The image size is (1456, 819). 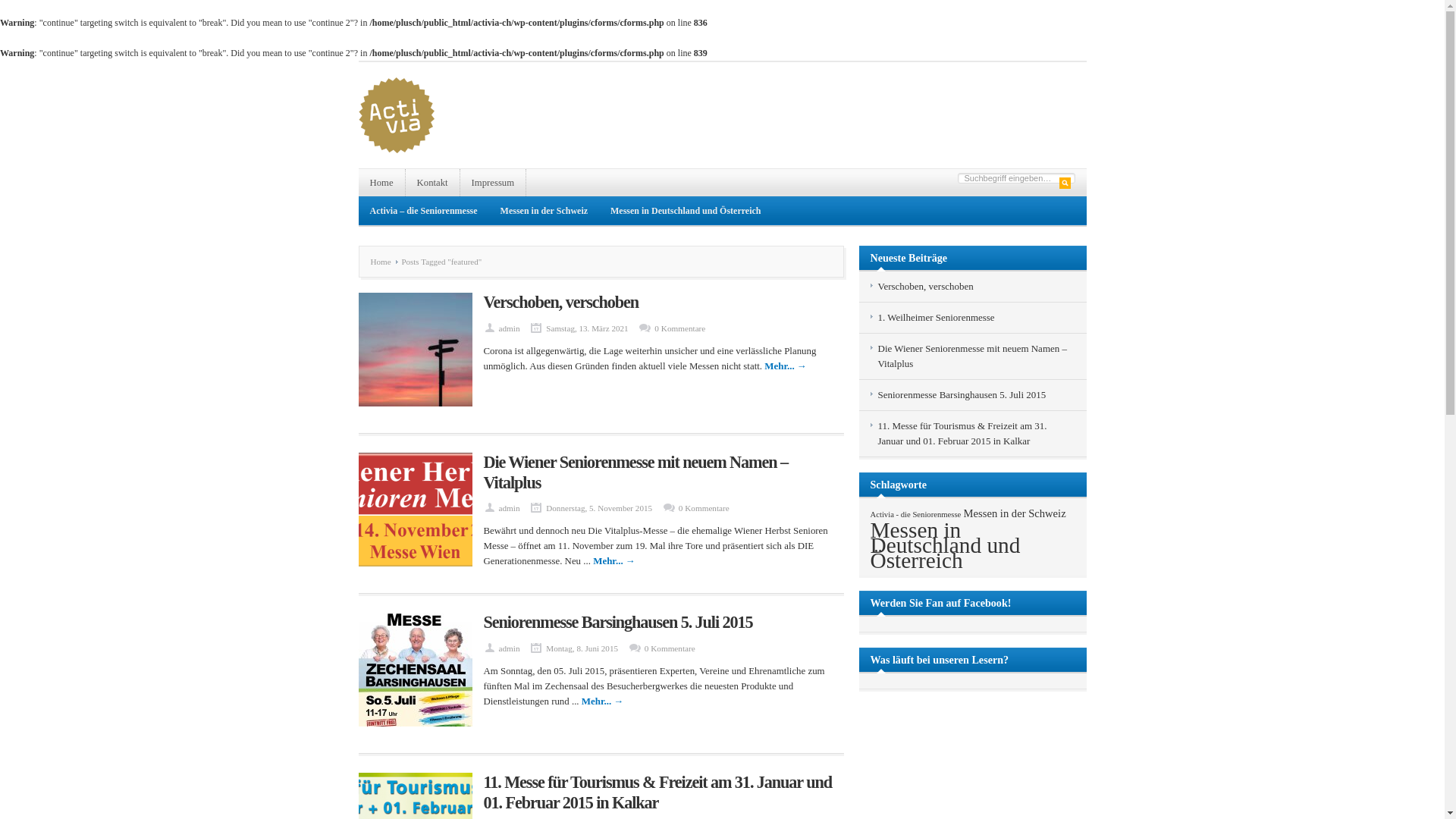 What do you see at coordinates (494, 181) in the screenshot?
I see `'Impressum'` at bounding box center [494, 181].